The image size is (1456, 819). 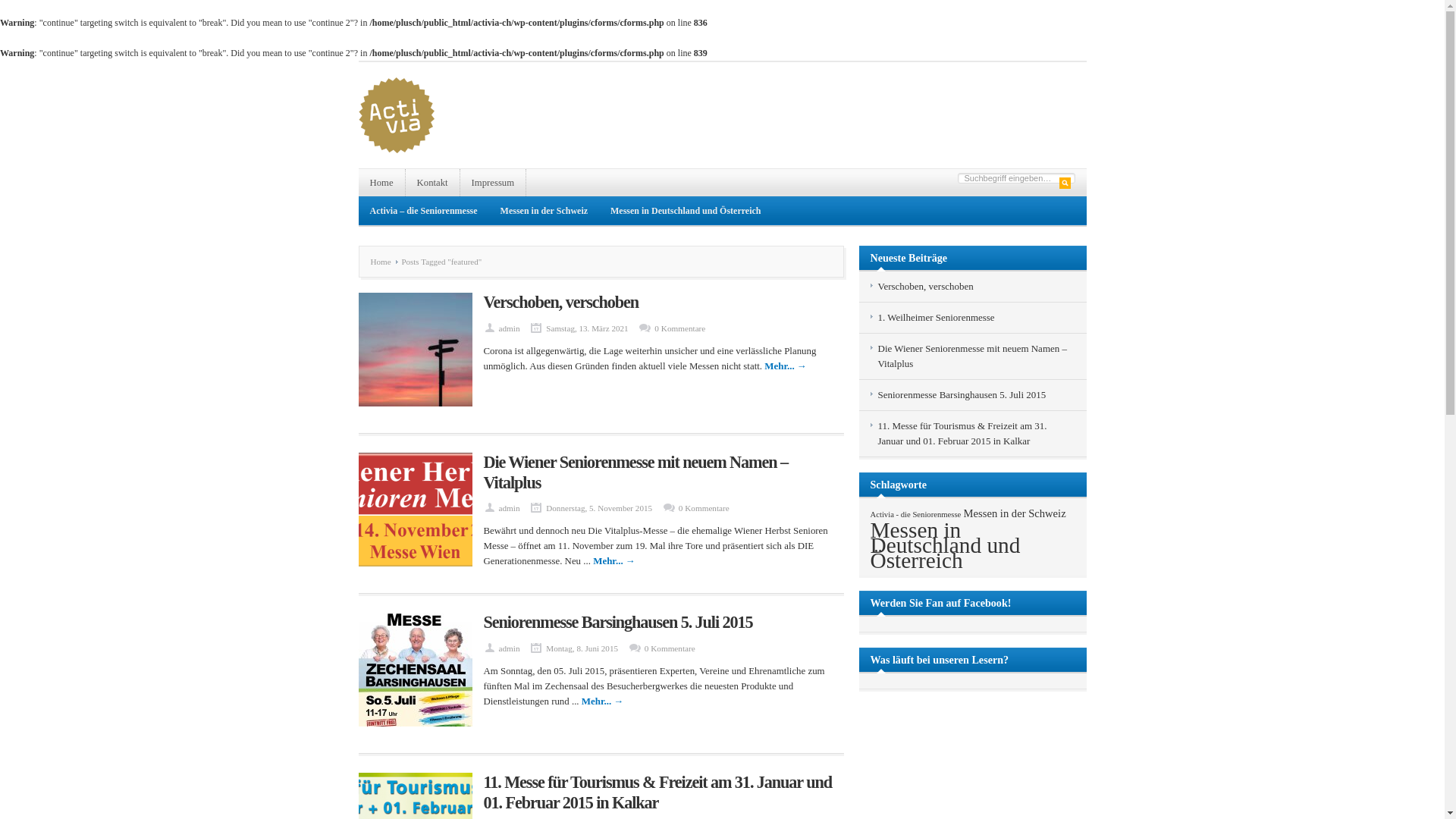 What do you see at coordinates (494, 181) in the screenshot?
I see `'Impressum'` at bounding box center [494, 181].